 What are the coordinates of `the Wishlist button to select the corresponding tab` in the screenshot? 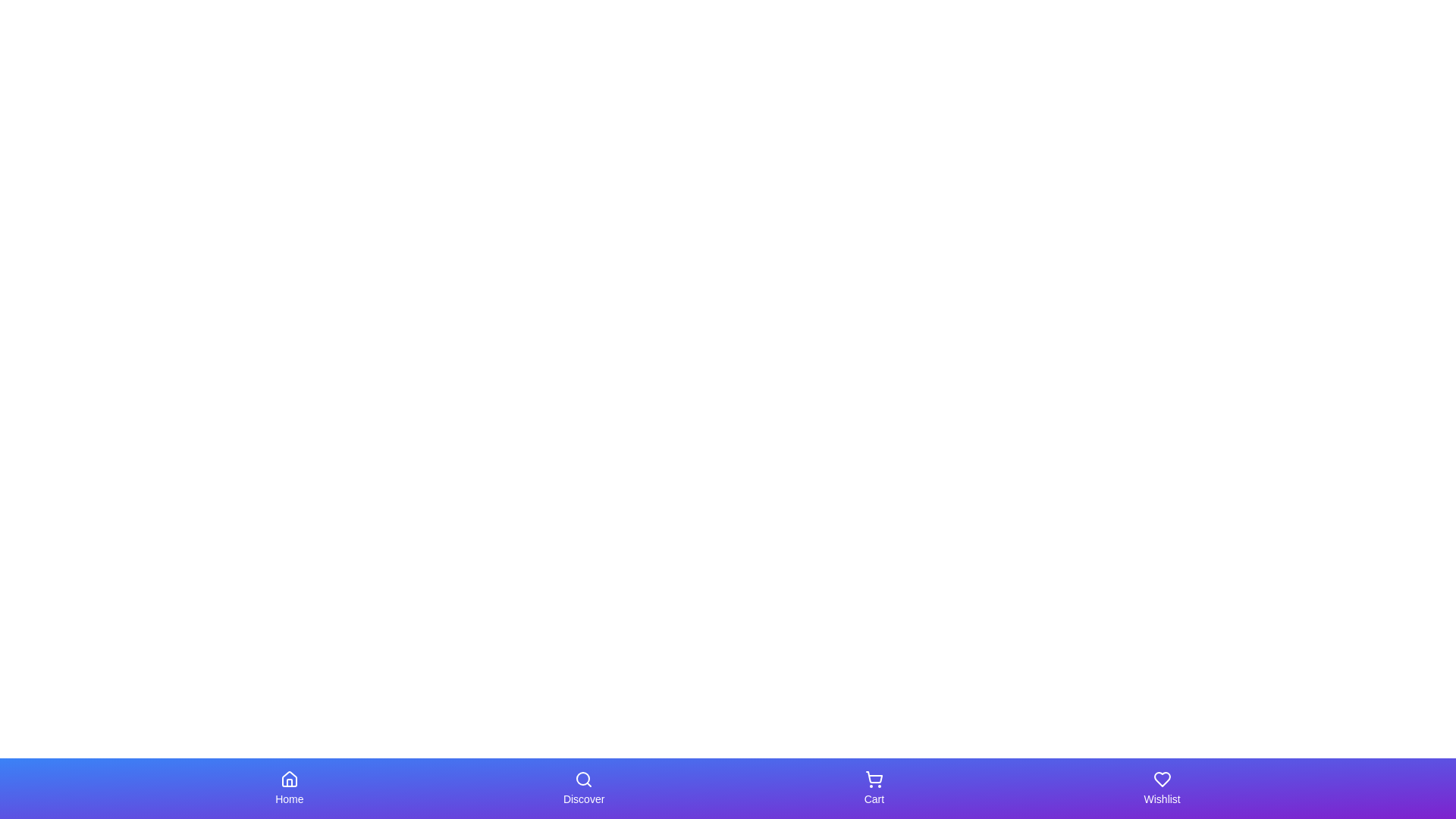 It's located at (1161, 788).